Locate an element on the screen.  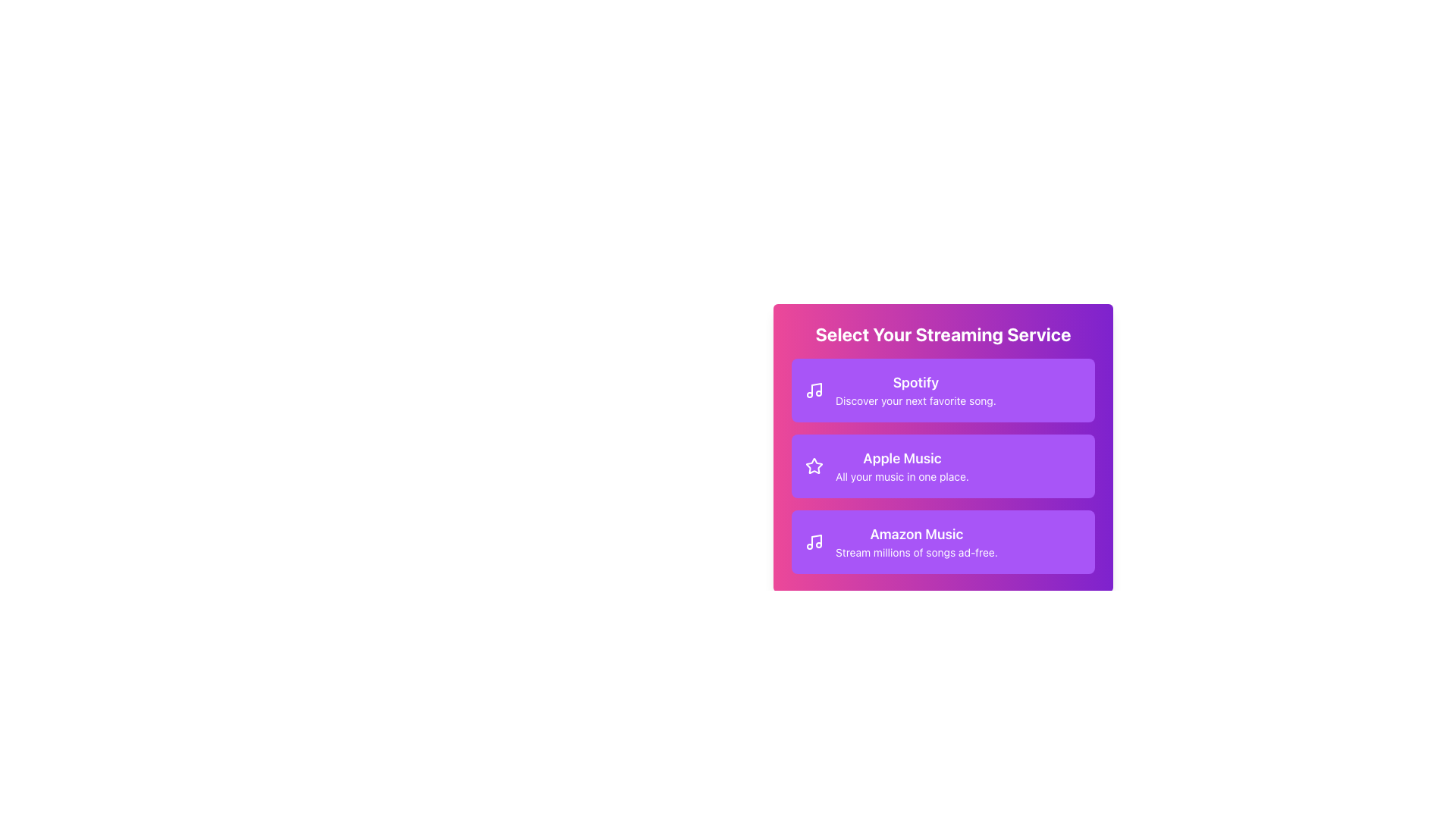
the topmost item in the list of streaming service options for Spotify, located directly below the header 'Select Your Streaming Service.' is located at coordinates (900, 390).